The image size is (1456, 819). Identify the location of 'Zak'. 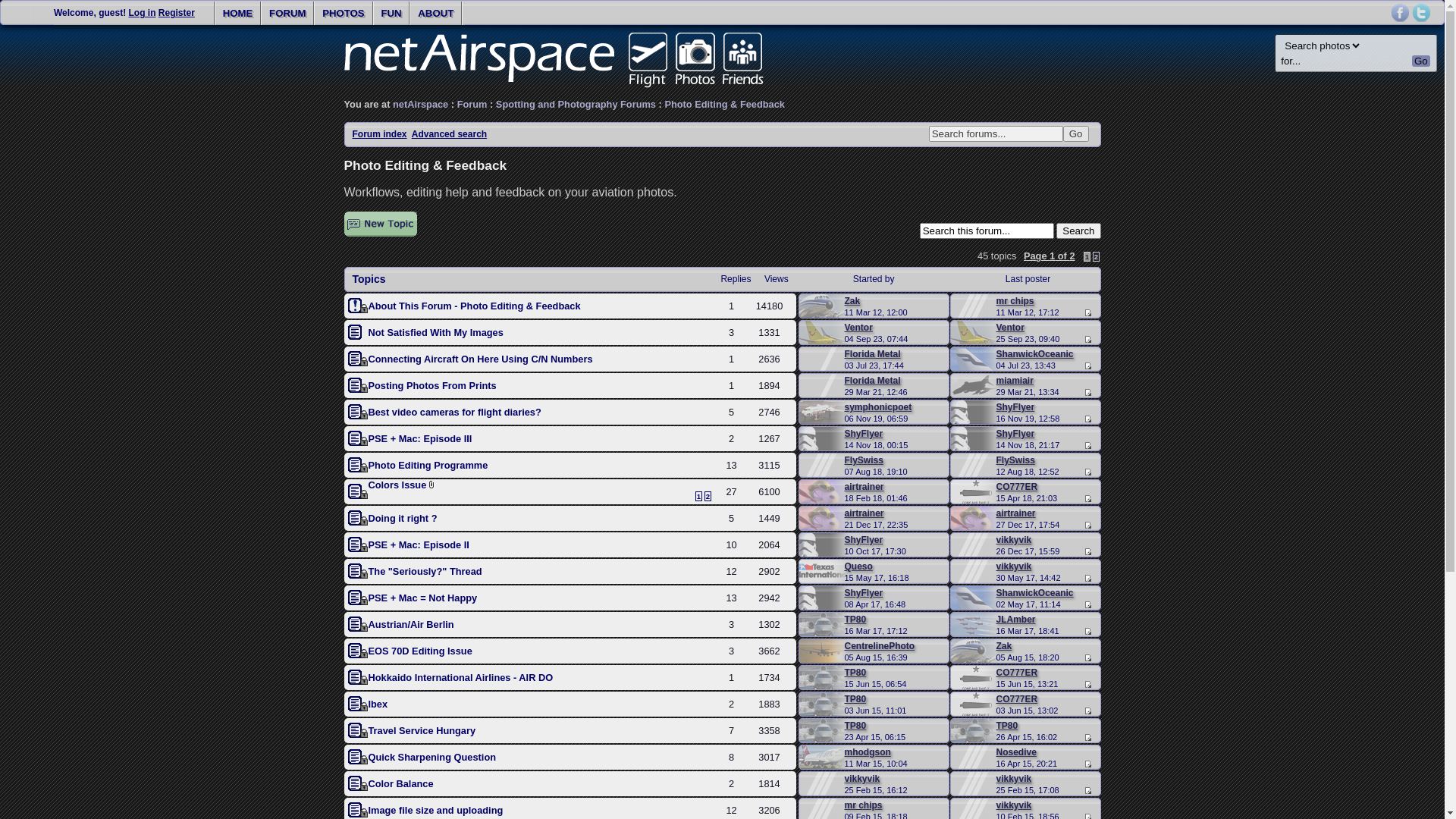
(852, 301).